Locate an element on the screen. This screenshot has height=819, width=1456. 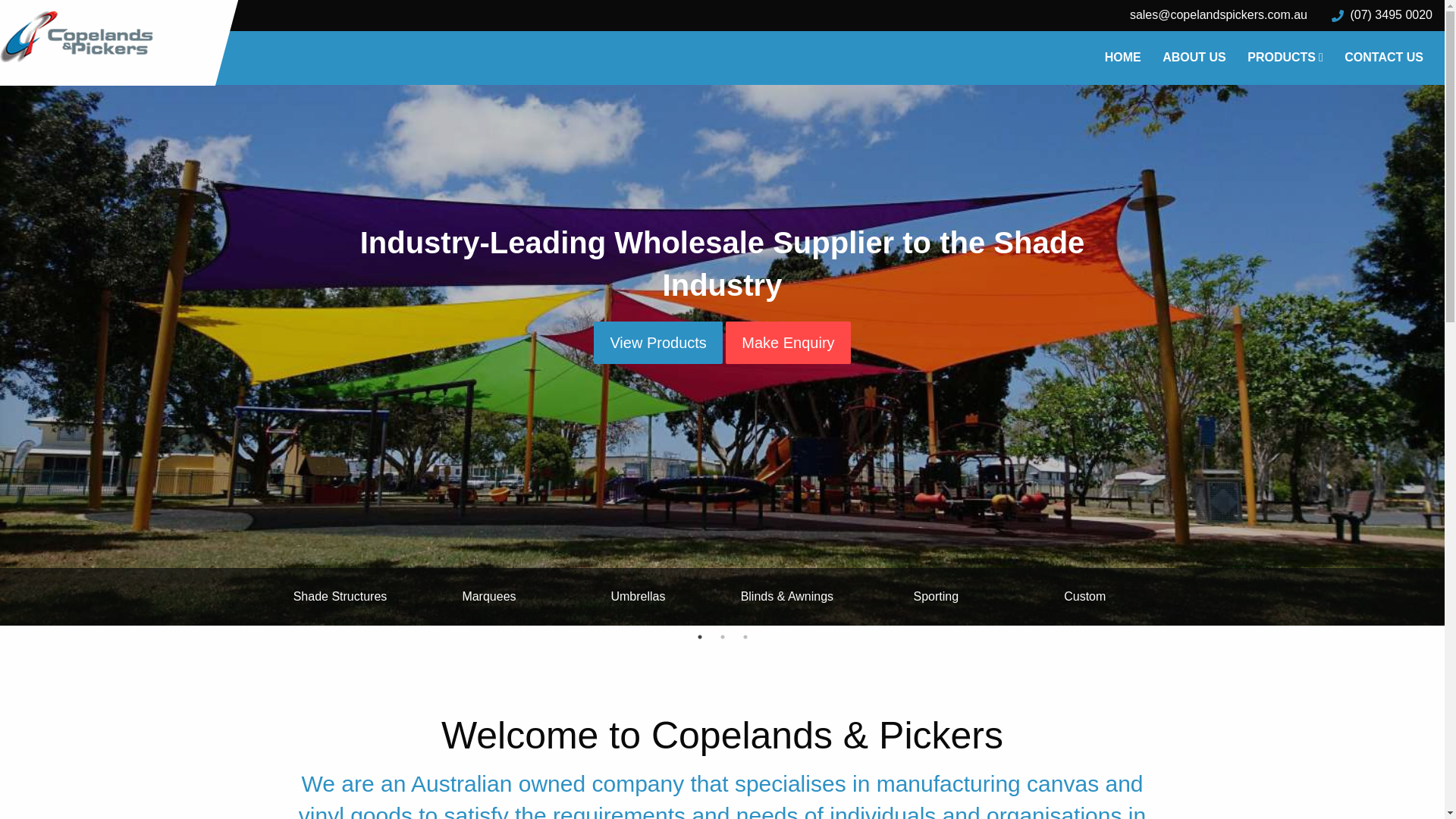
'sales@copelandspickers.com.au' is located at coordinates (1219, 14).